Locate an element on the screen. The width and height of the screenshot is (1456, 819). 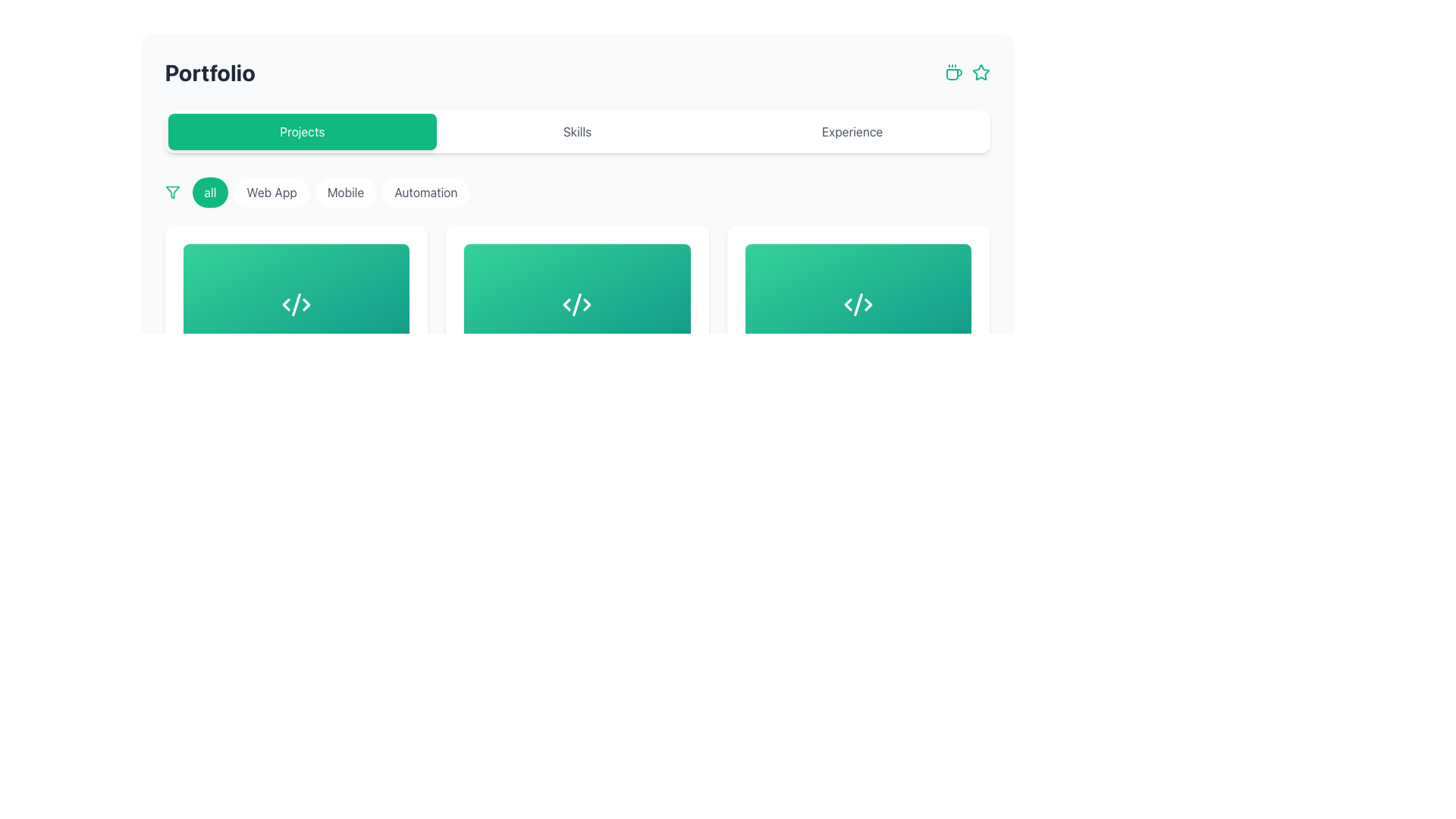
the third card in the portfolio section under the 'Projects' tab, which features a gradient green-to-teal background and a centered coding symbol icon is located at coordinates (858, 304).